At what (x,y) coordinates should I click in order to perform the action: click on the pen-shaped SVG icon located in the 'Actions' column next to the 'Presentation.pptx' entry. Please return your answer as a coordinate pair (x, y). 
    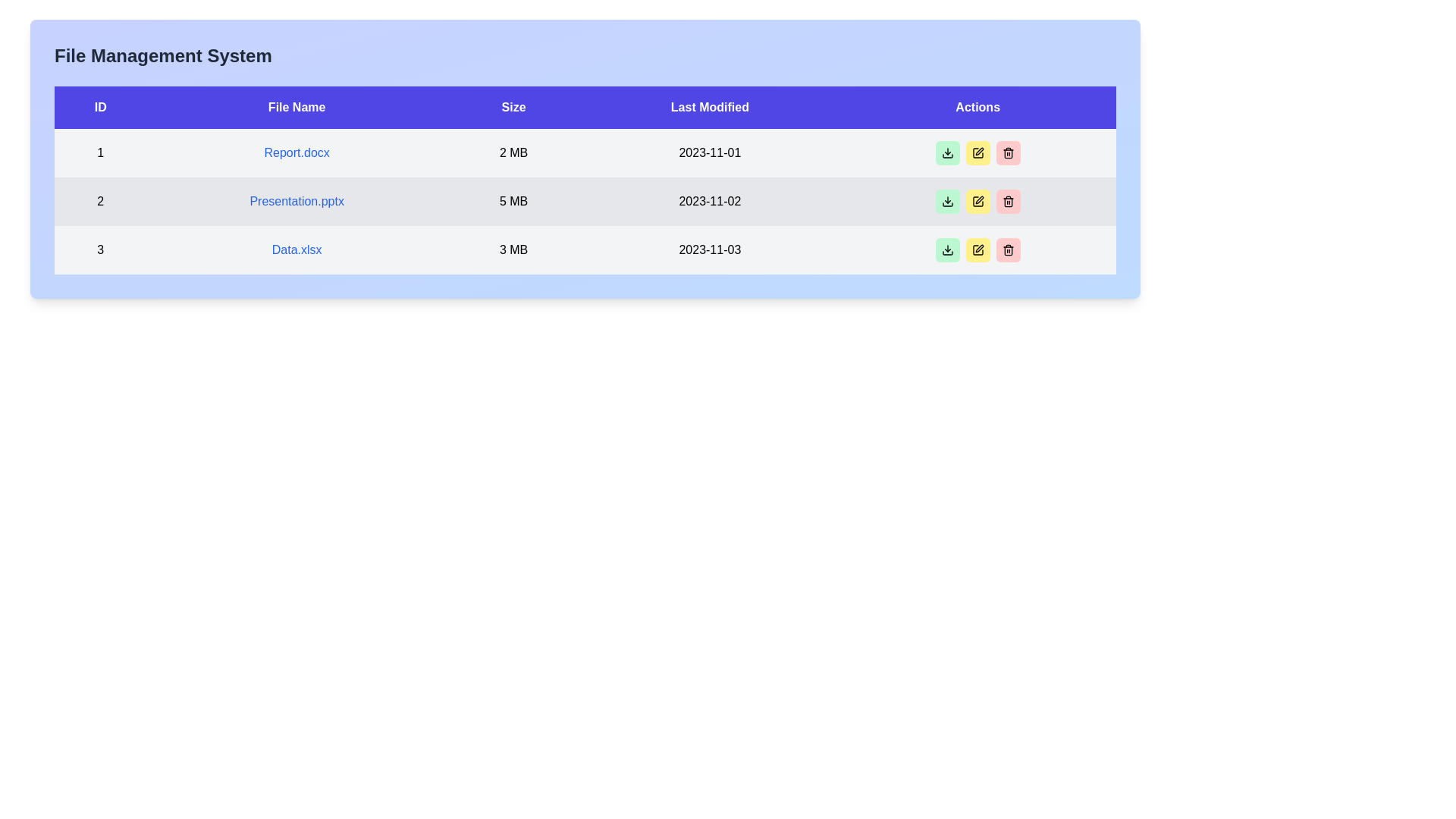
    Looking at the image, I should click on (979, 152).